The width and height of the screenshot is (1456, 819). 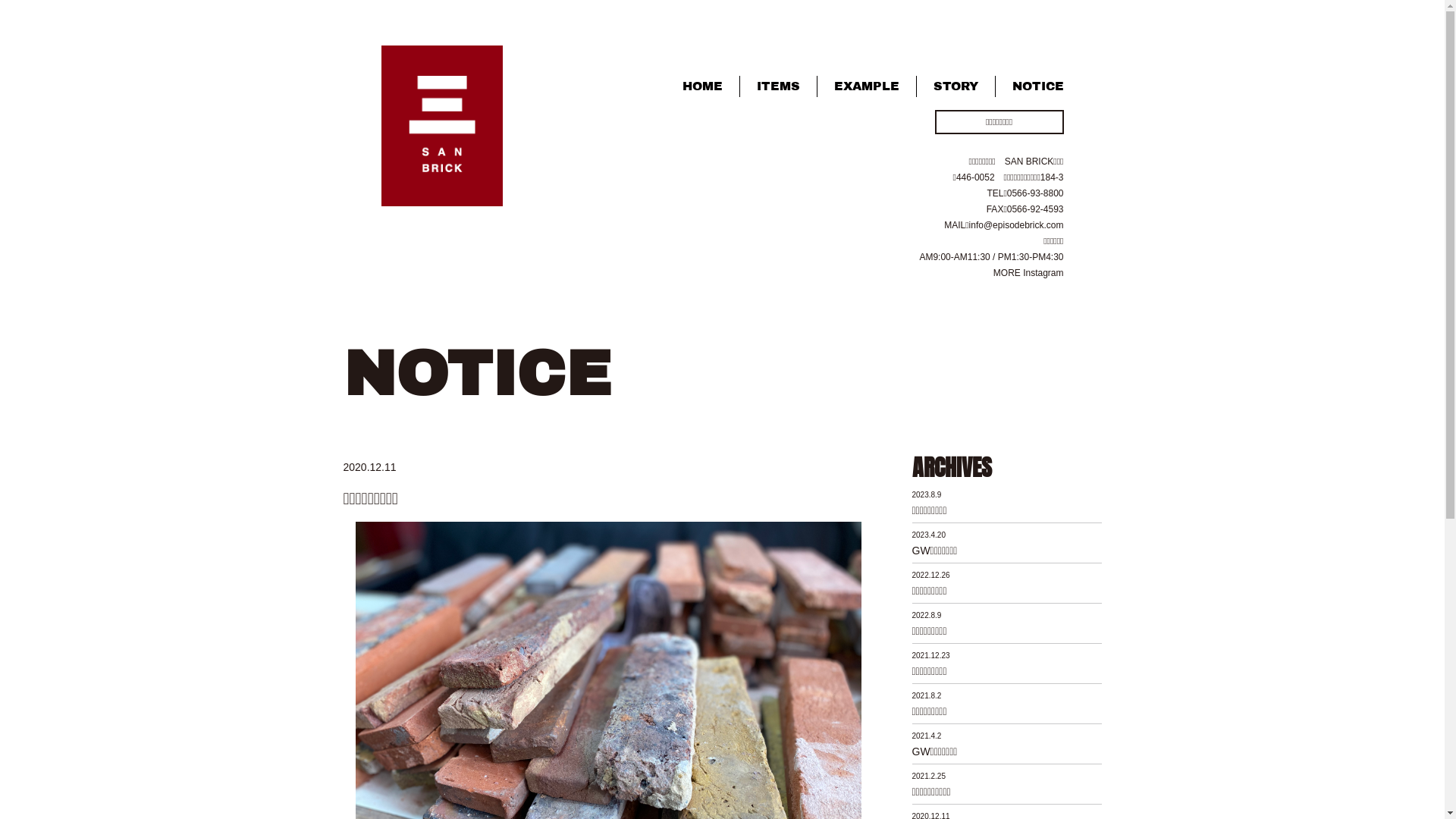 I want to click on 'EXAMPLE', so click(x=817, y=86).